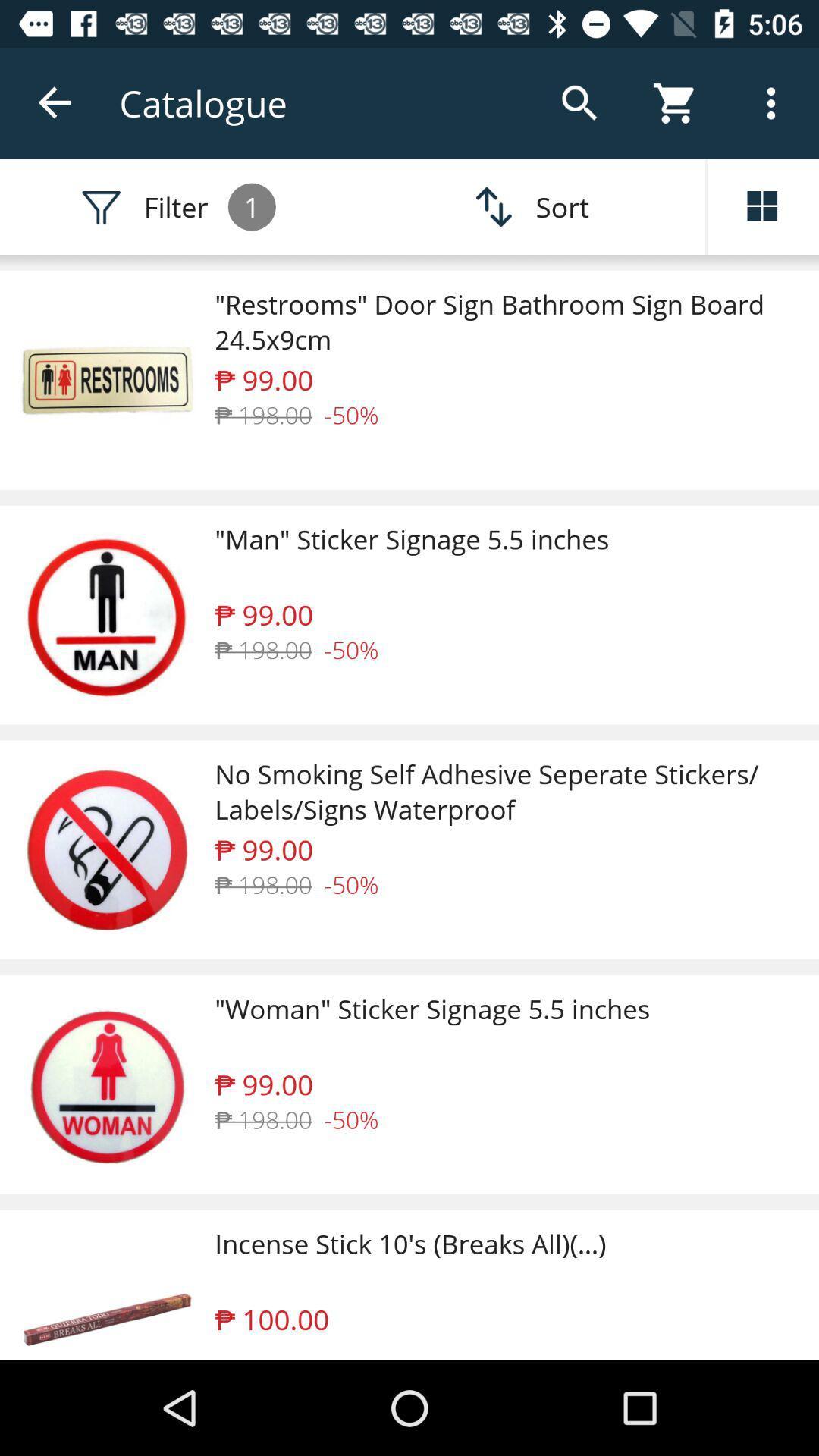 This screenshot has width=819, height=1456. Describe the element at coordinates (763, 206) in the screenshot. I see `list view` at that location.